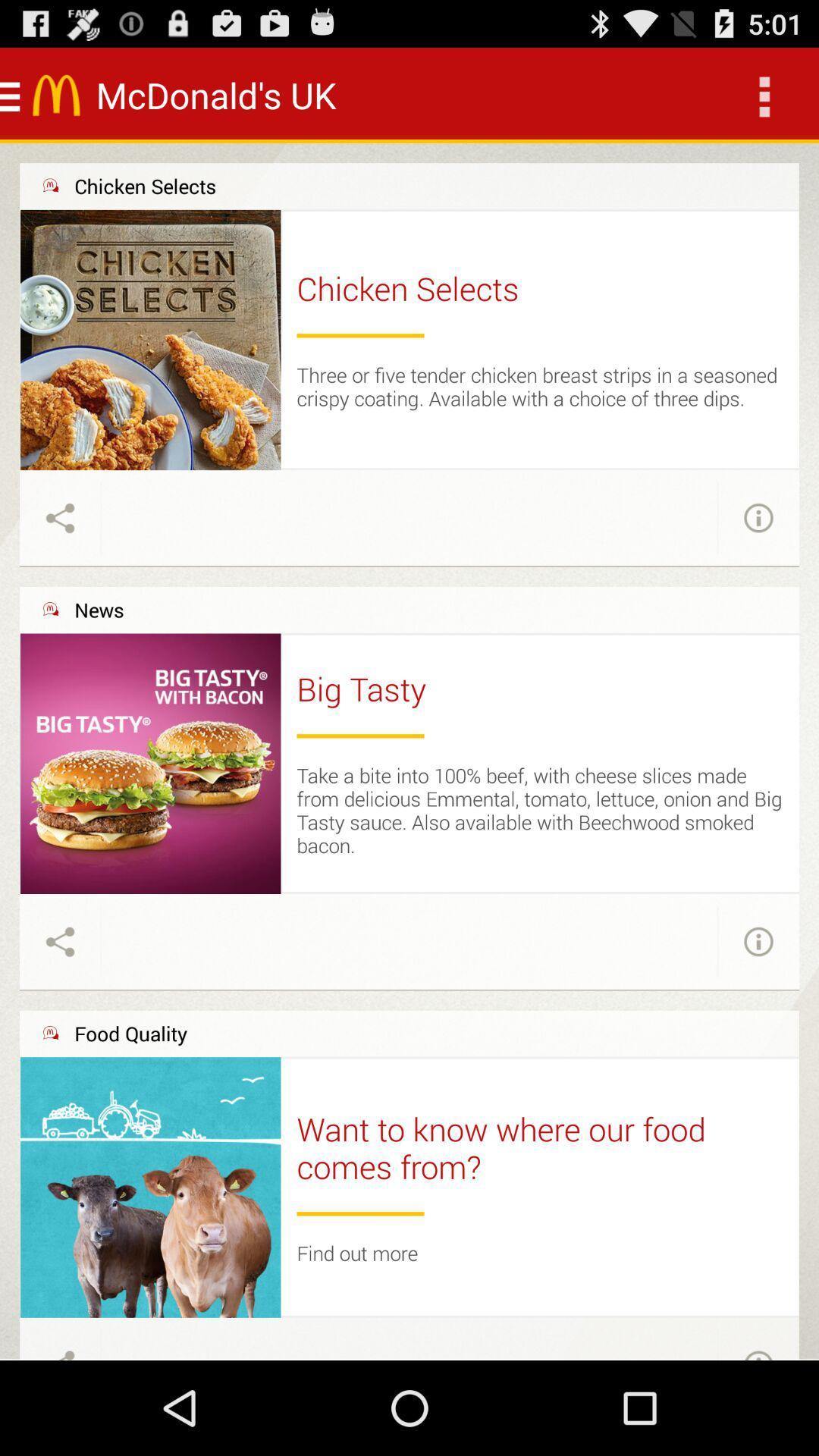 This screenshot has width=819, height=1456. Describe the element at coordinates (360, 736) in the screenshot. I see `item above take a bite` at that location.